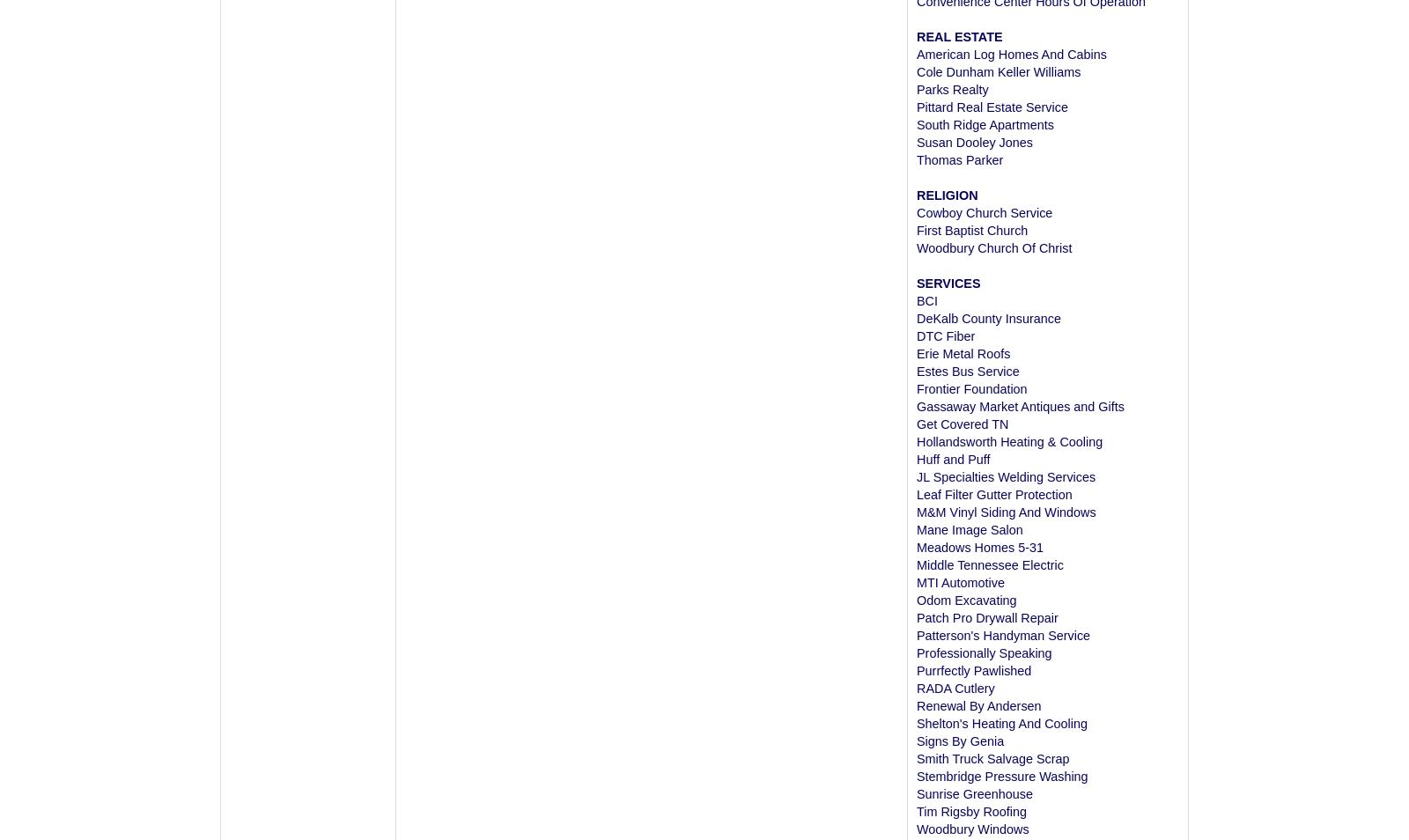 The width and height of the screenshot is (1409, 840). Describe the element at coordinates (916, 564) in the screenshot. I see `'Middle Tennessee Electric'` at that location.